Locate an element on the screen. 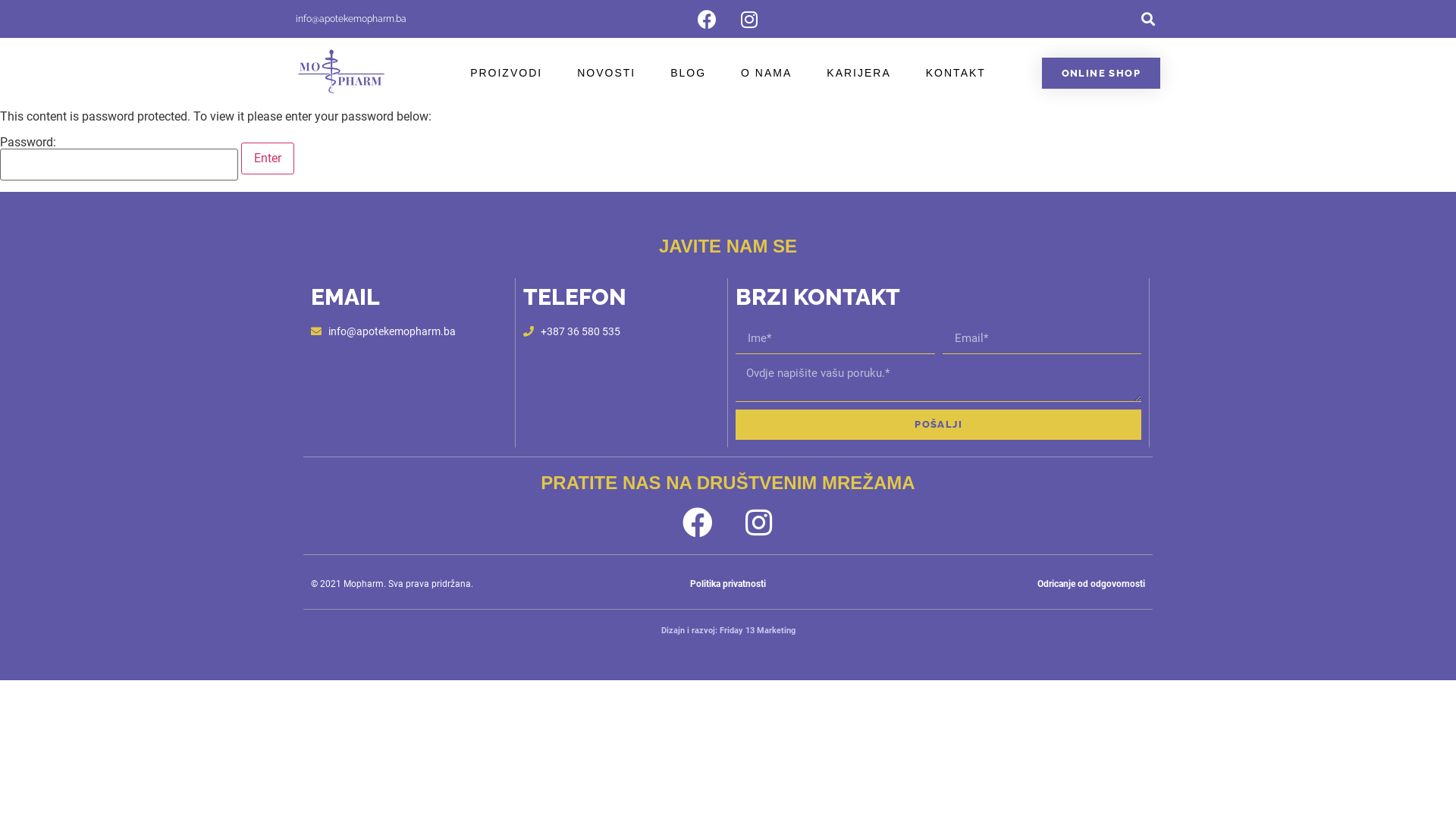 This screenshot has width=1456, height=819. 'NOVOSTI' is located at coordinates (560, 73).